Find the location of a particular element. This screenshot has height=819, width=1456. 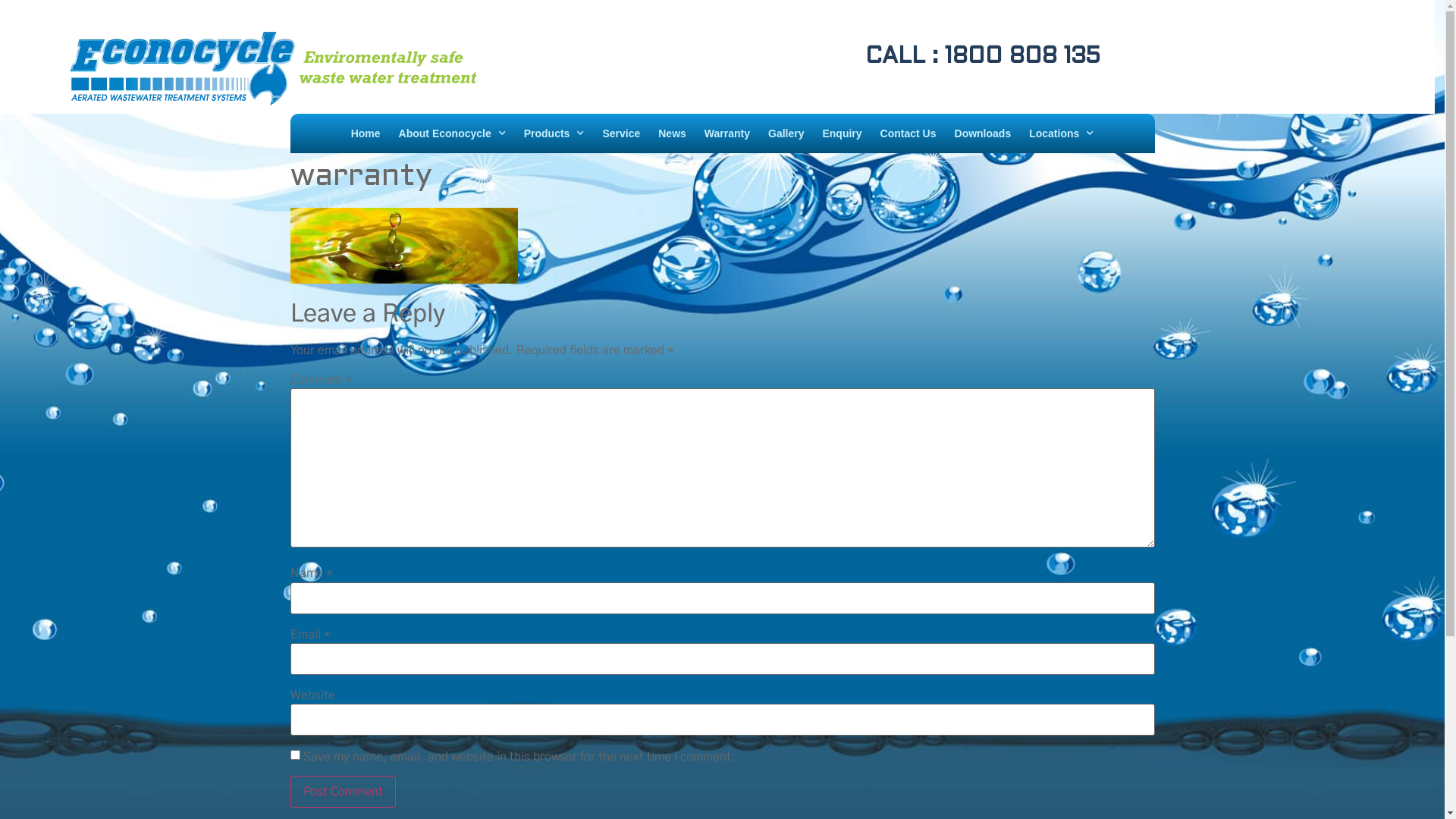

'Warranty' is located at coordinates (726, 133).